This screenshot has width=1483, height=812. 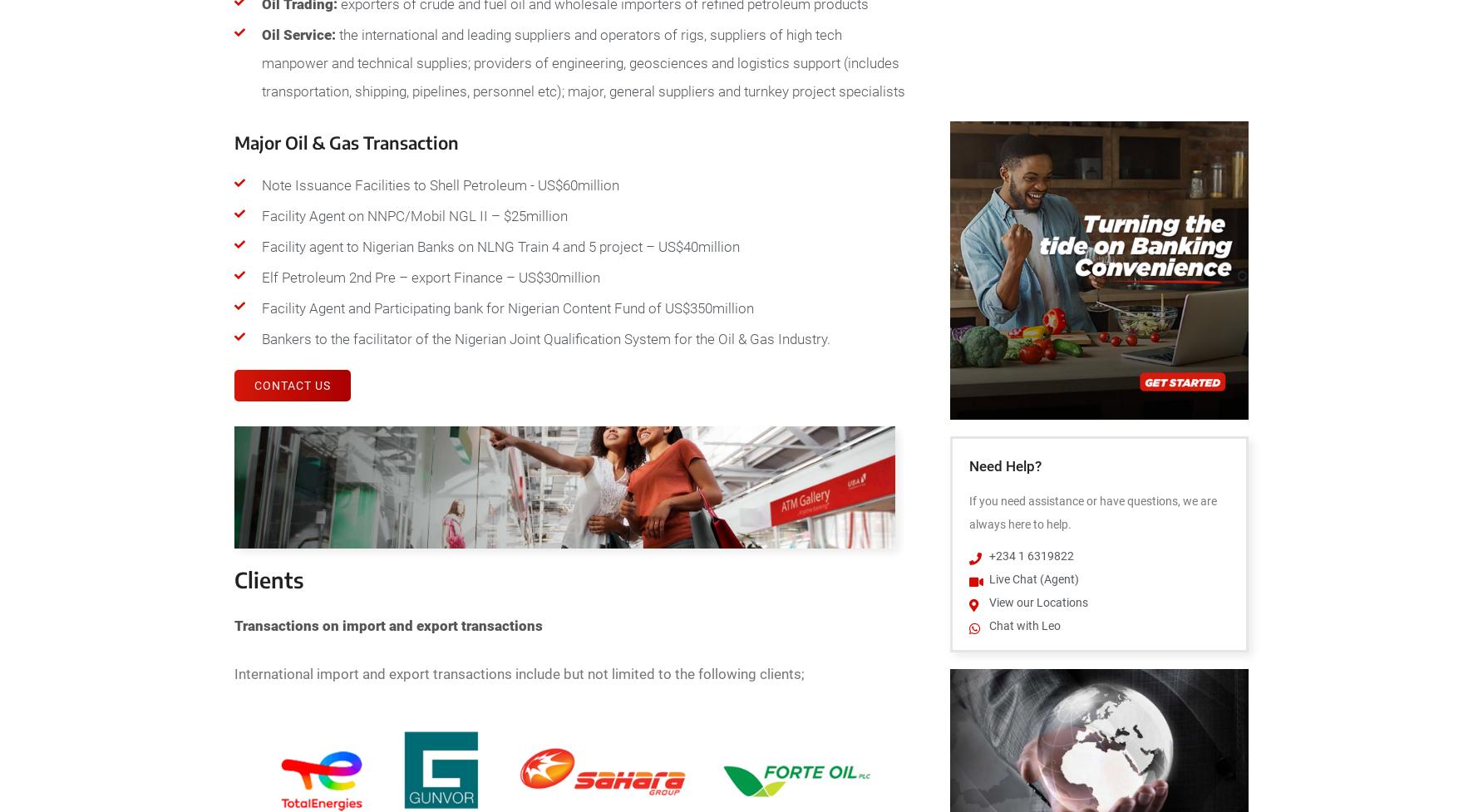 I want to click on 'Chat with Leo', so click(x=1023, y=625).